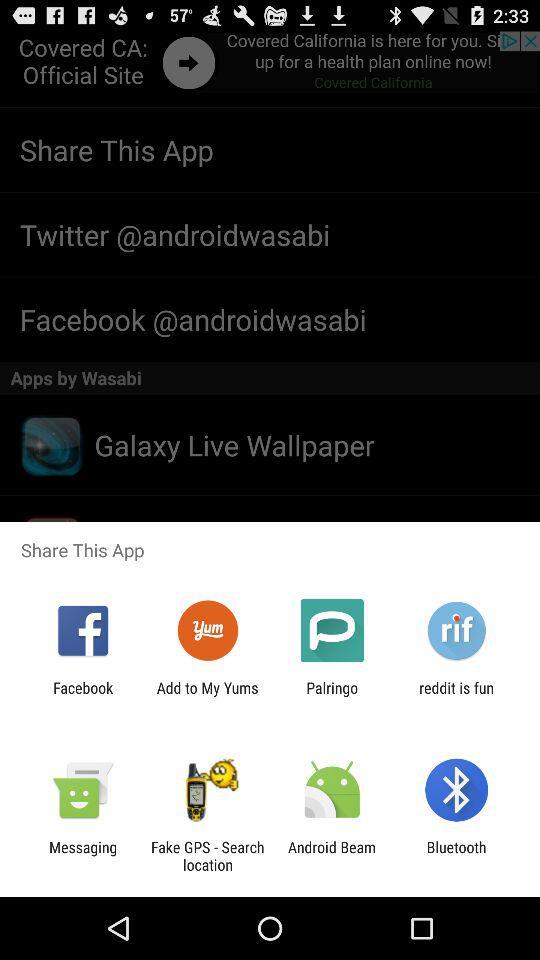  I want to click on the app to the right of the facebook item, so click(206, 696).